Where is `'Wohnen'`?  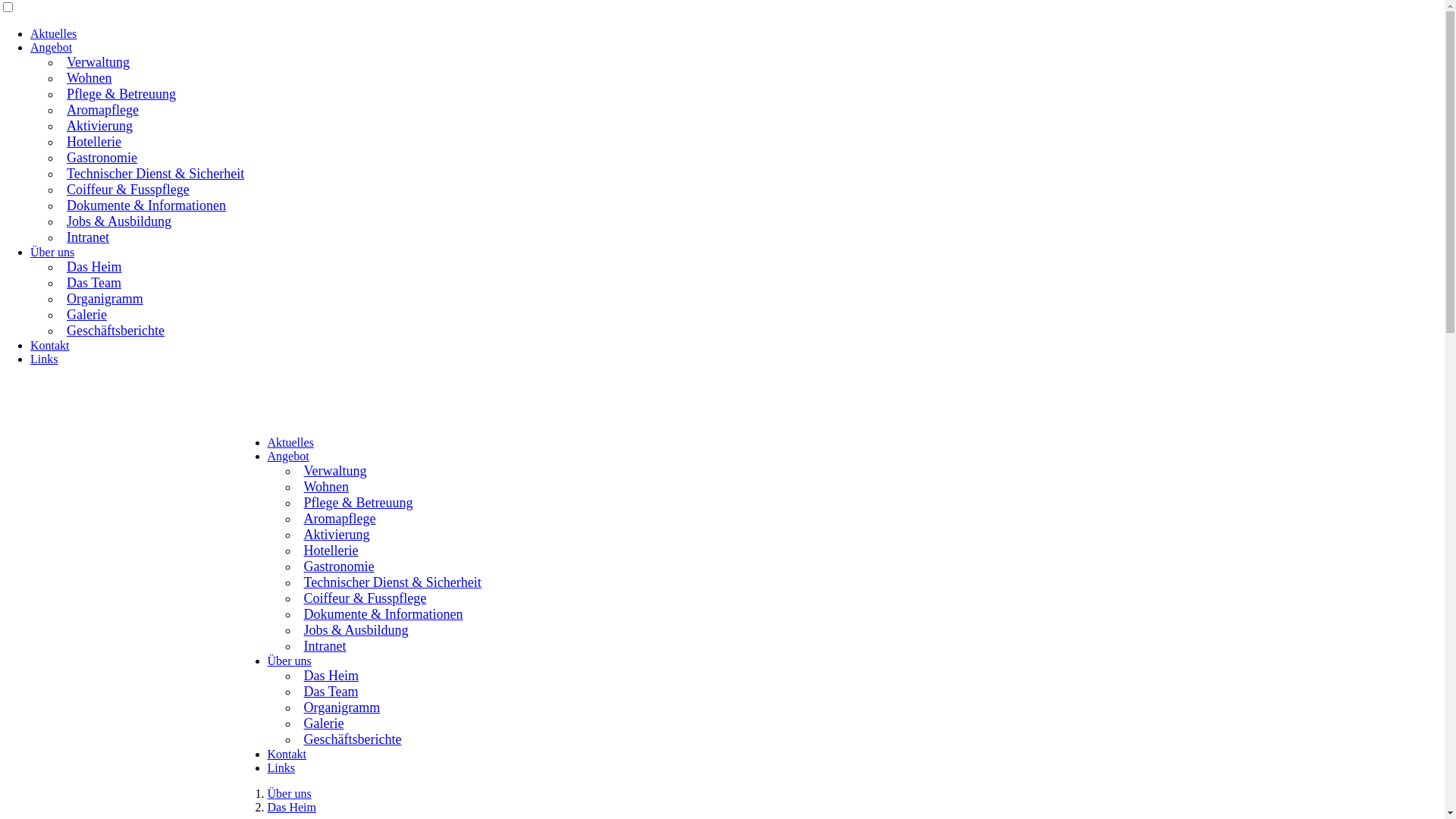 'Wohnen' is located at coordinates (323, 485).